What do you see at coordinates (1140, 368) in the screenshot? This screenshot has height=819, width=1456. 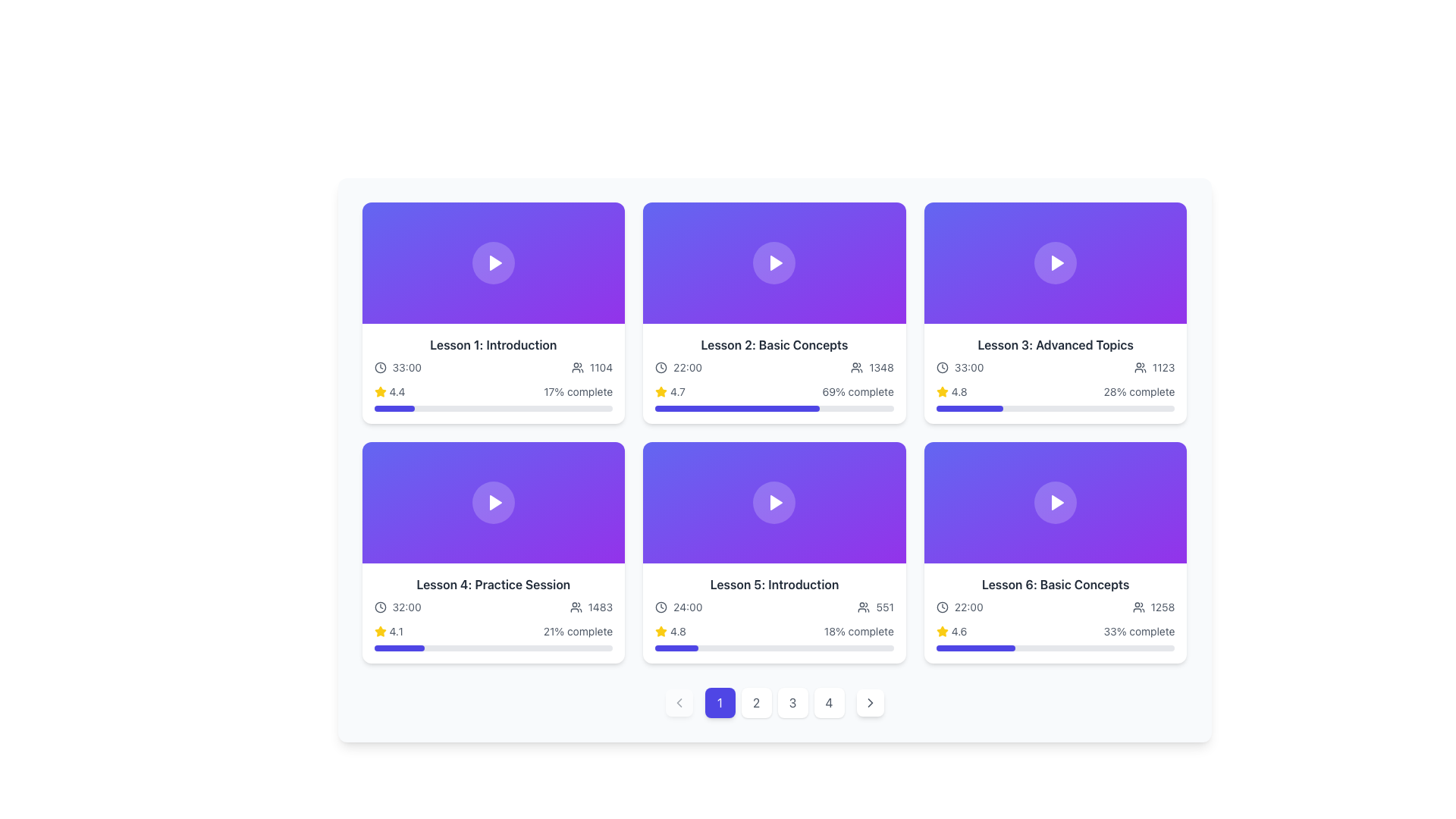 I see `the icon depicting a group of people located in the bottom-right corner of the 'Lesson 3: Advanced Topics' card, adjacent to the numerical count '1123'` at bounding box center [1140, 368].